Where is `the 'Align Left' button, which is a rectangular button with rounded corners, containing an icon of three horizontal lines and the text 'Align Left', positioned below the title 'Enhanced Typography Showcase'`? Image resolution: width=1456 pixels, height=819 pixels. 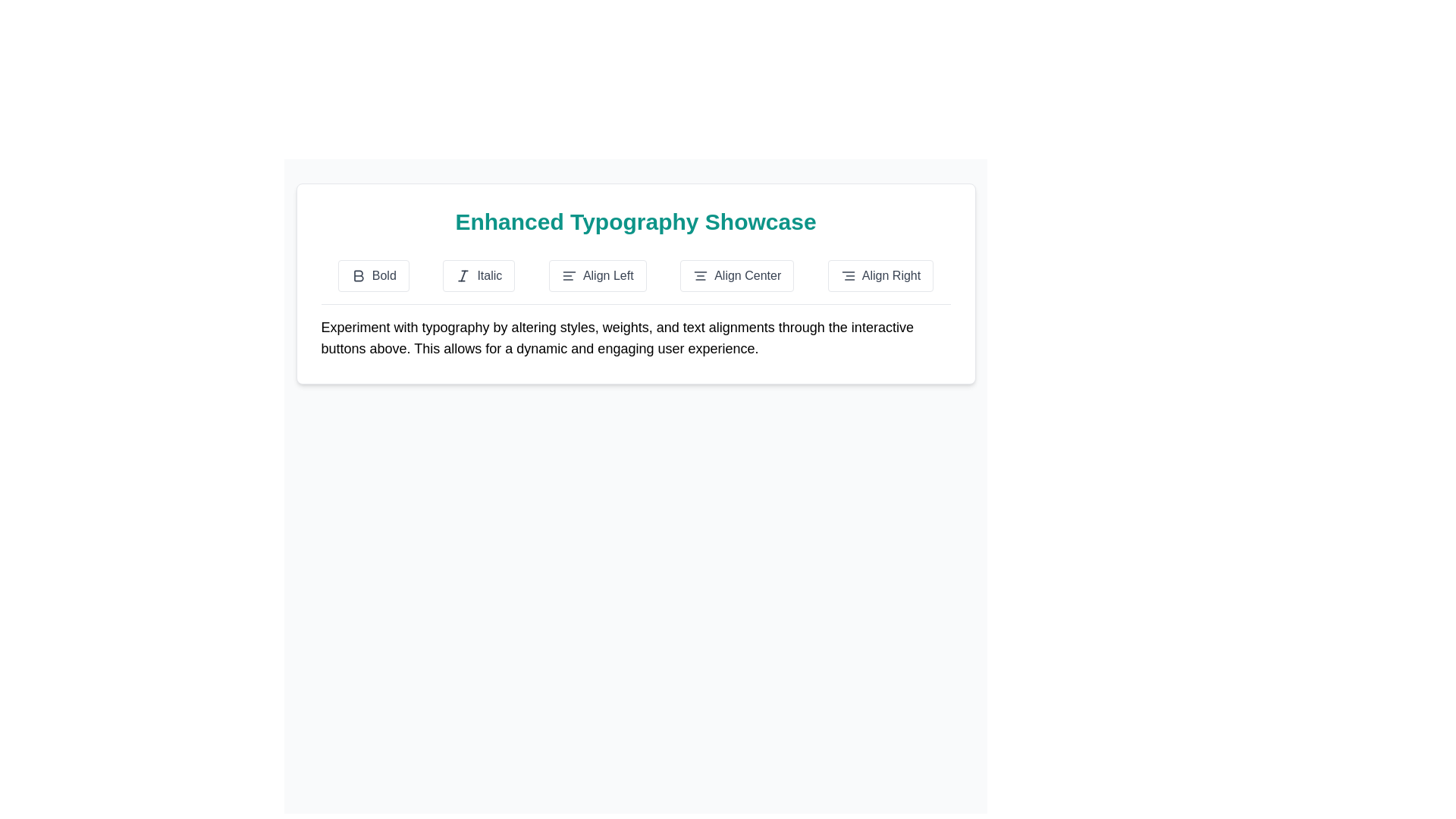 the 'Align Left' button, which is a rectangular button with rounded corners, containing an icon of three horizontal lines and the text 'Align Left', positioned below the title 'Enhanced Typography Showcase' is located at coordinates (597, 275).